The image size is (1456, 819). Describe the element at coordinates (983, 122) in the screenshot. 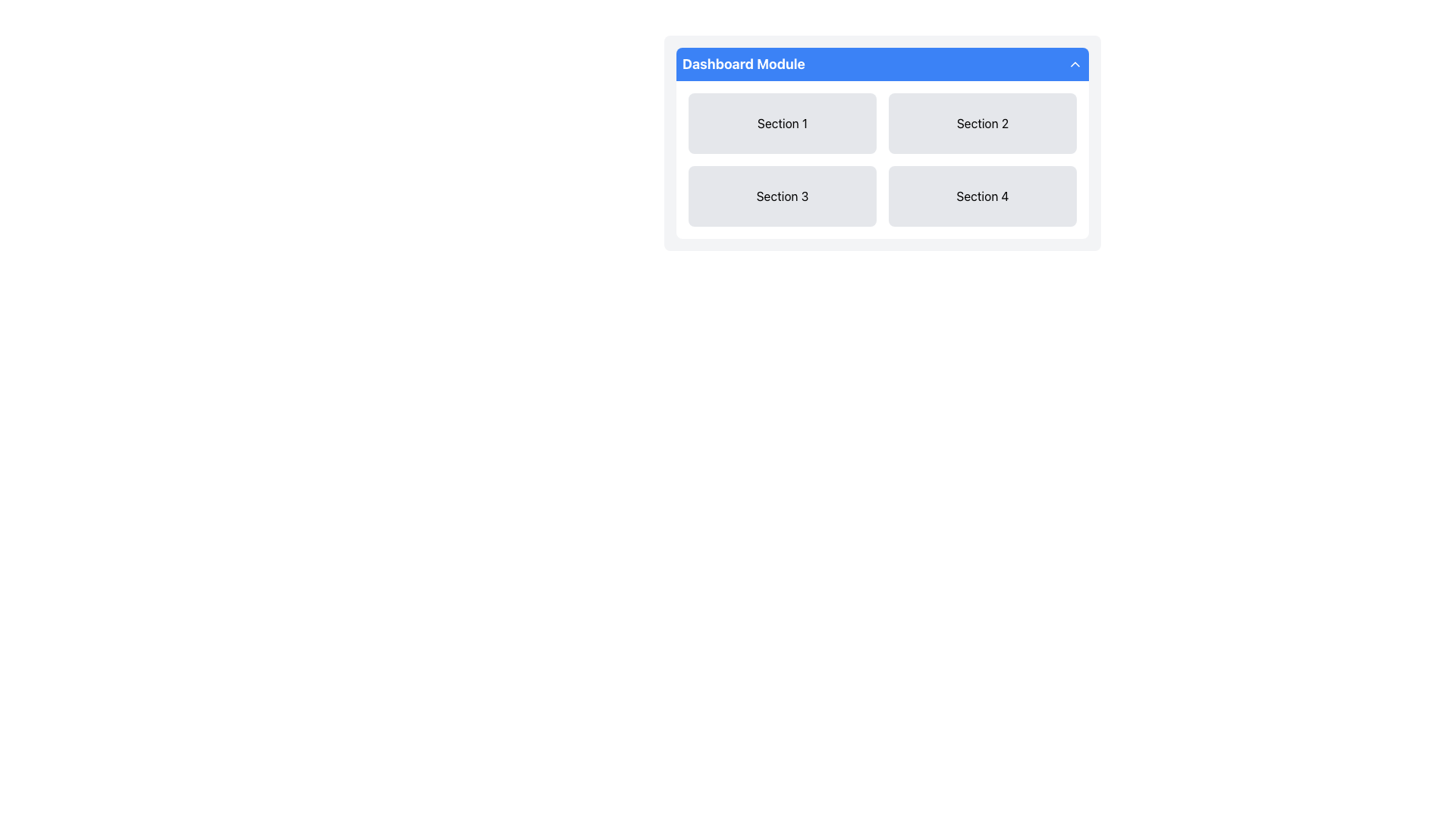

I see `the 'Section 2' static text box located in the top-right corner of the grid` at that location.